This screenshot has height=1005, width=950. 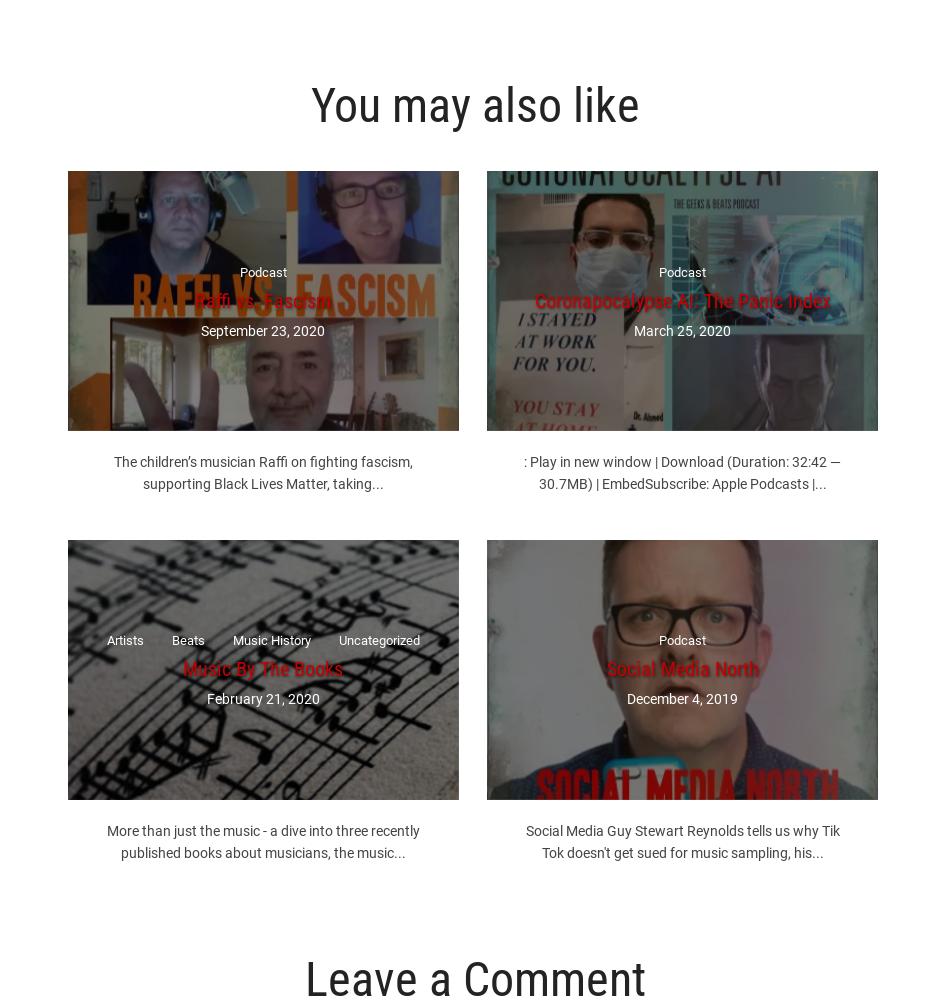 What do you see at coordinates (270, 639) in the screenshot?
I see `'Music History'` at bounding box center [270, 639].